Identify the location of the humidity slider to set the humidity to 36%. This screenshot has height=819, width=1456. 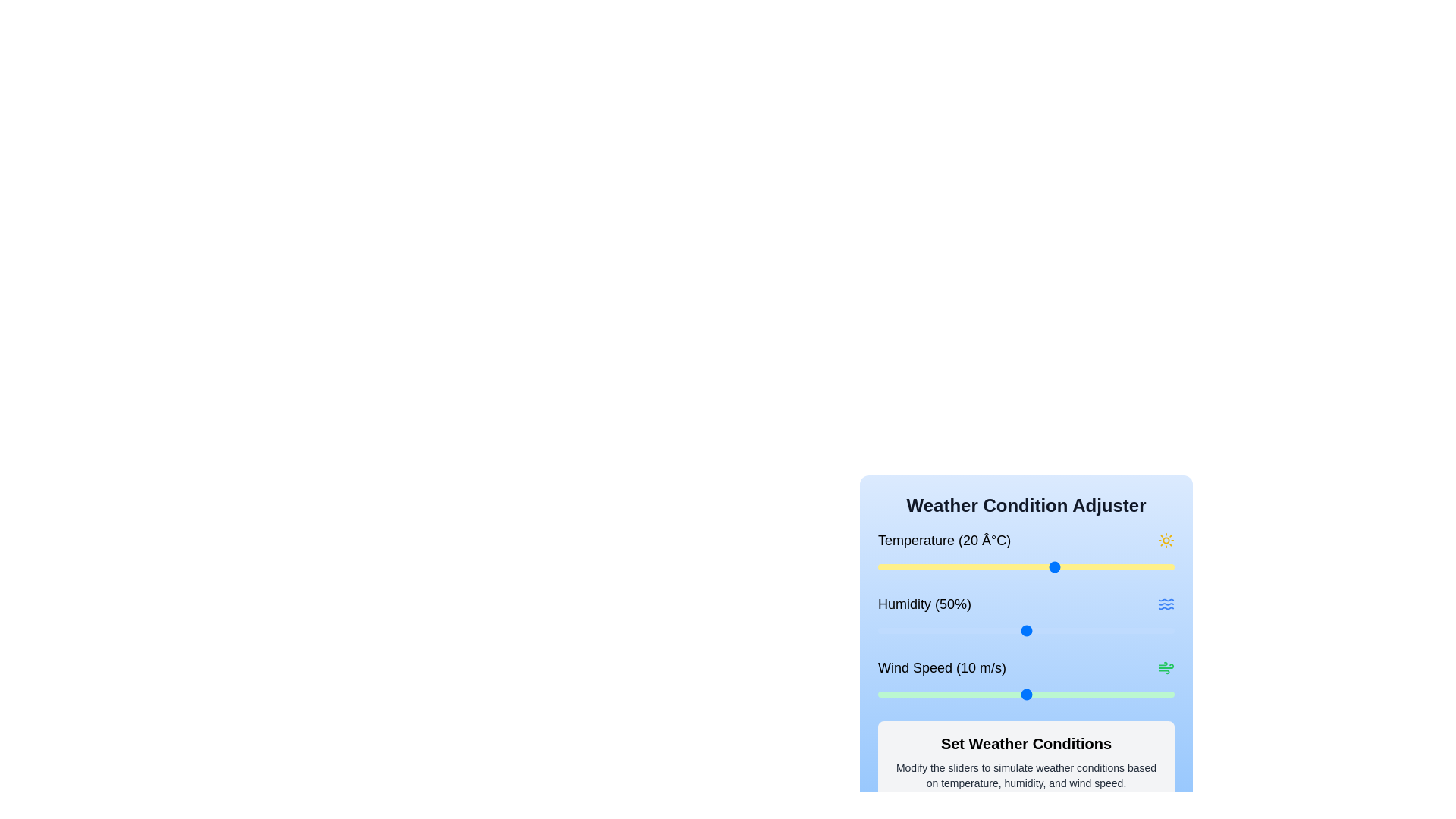
(984, 631).